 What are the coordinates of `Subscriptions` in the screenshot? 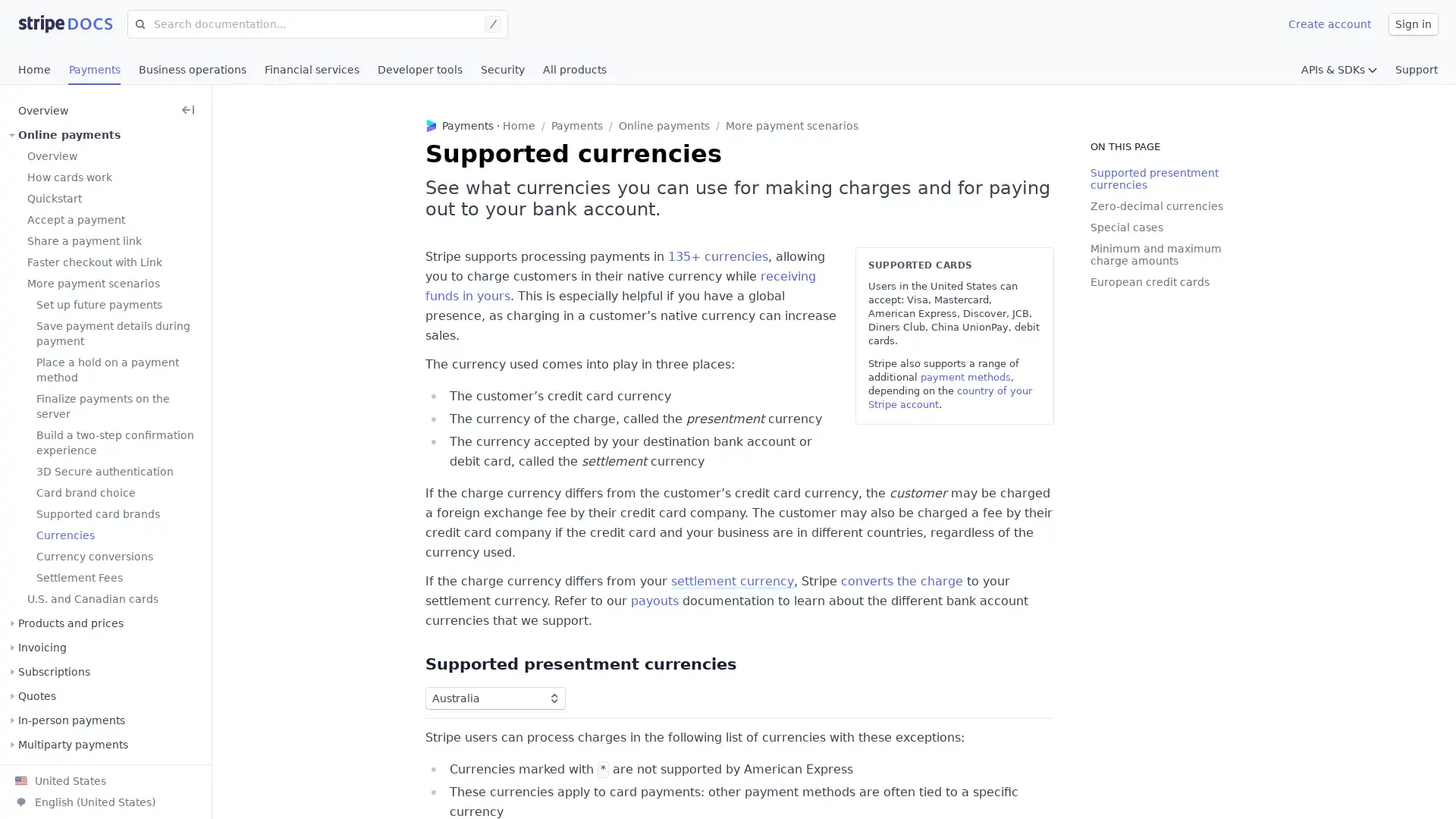 It's located at (54, 671).